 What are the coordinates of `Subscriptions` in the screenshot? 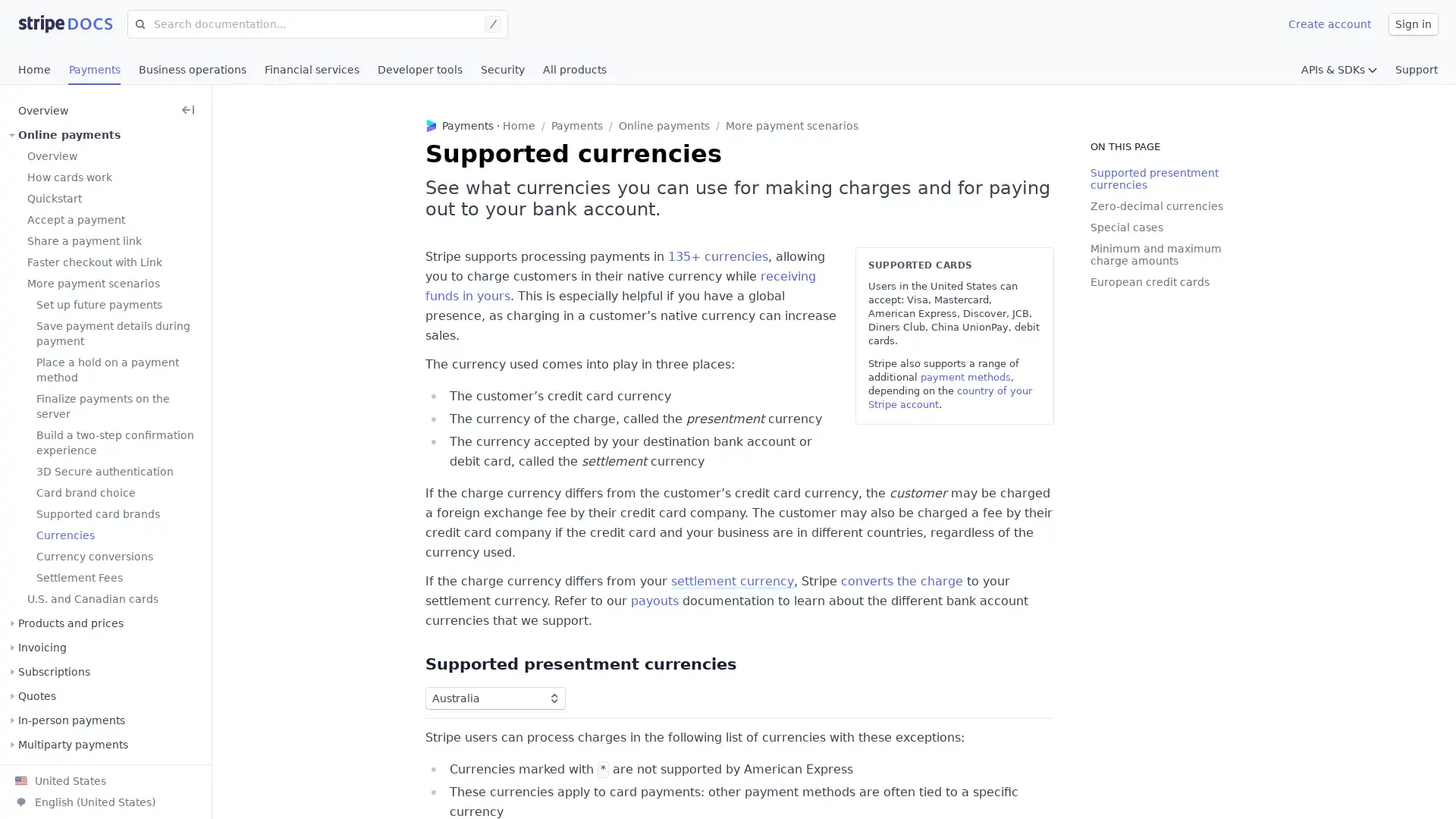 It's located at (54, 671).